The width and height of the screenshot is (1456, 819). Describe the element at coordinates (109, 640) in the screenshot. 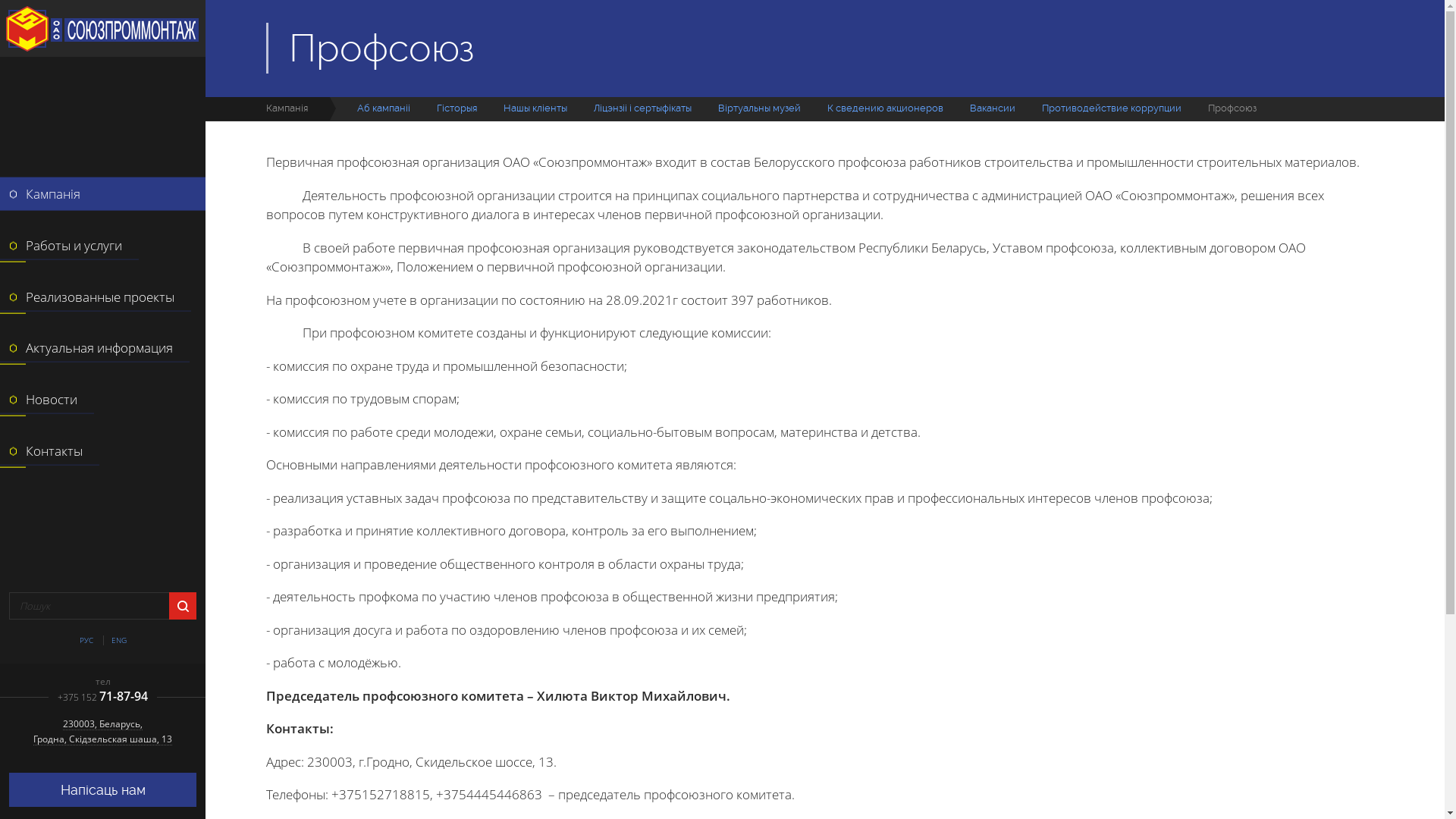

I see `'ENG'` at that location.